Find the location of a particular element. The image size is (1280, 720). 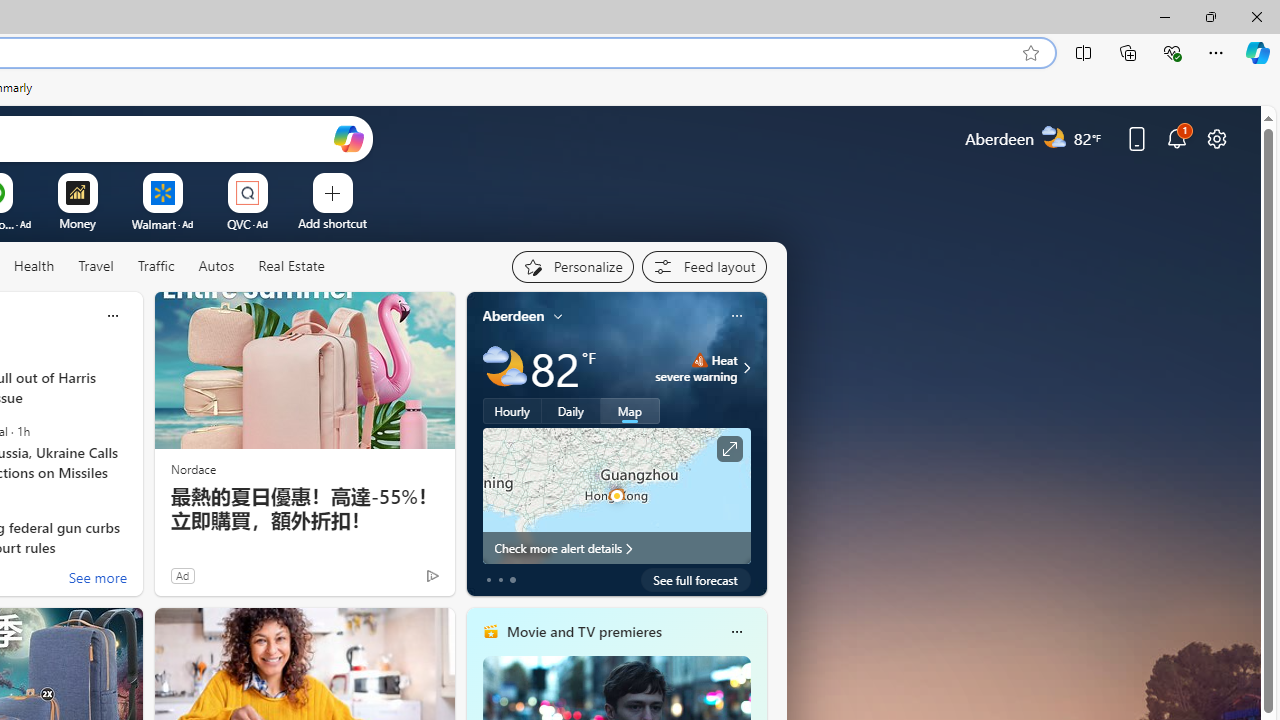

'tab-2' is located at coordinates (512, 579).